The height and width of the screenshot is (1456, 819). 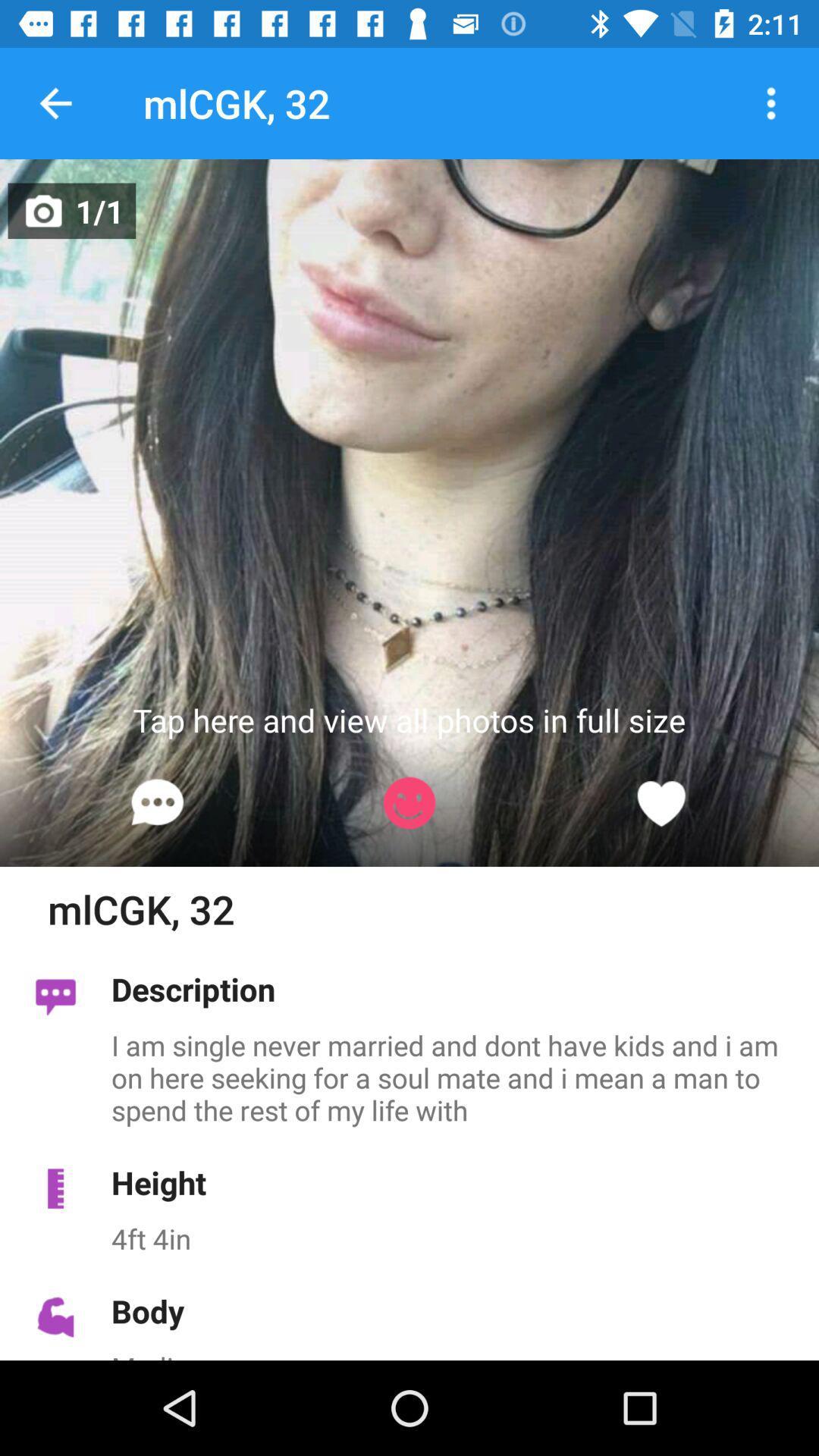 I want to click on the item at the top right corner, so click(x=771, y=102).